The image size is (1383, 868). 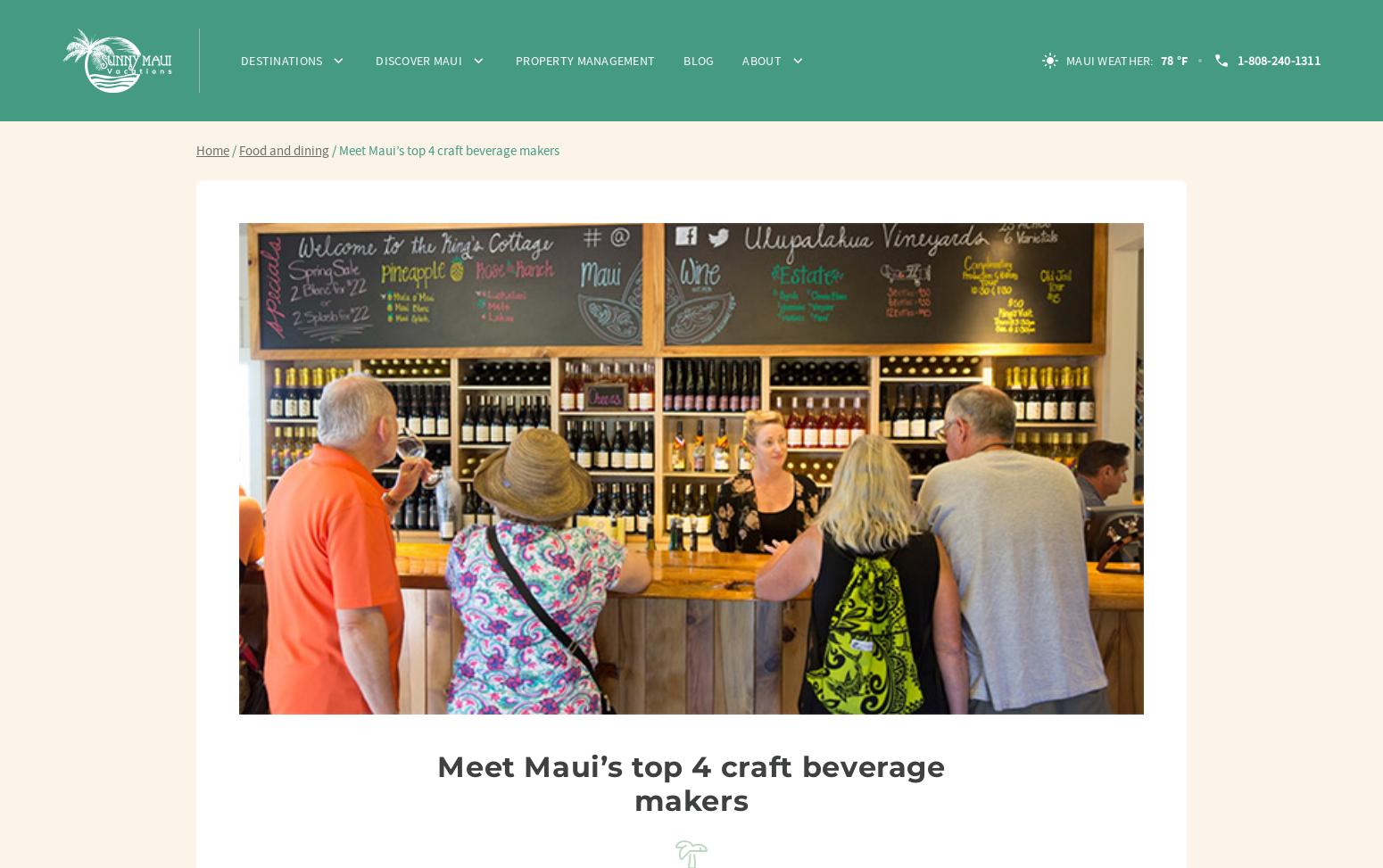 What do you see at coordinates (691, 783) in the screenshot?
I see `'Meet Maui’s top 4 craft beverage makers'` at bounding box center [691, 783].